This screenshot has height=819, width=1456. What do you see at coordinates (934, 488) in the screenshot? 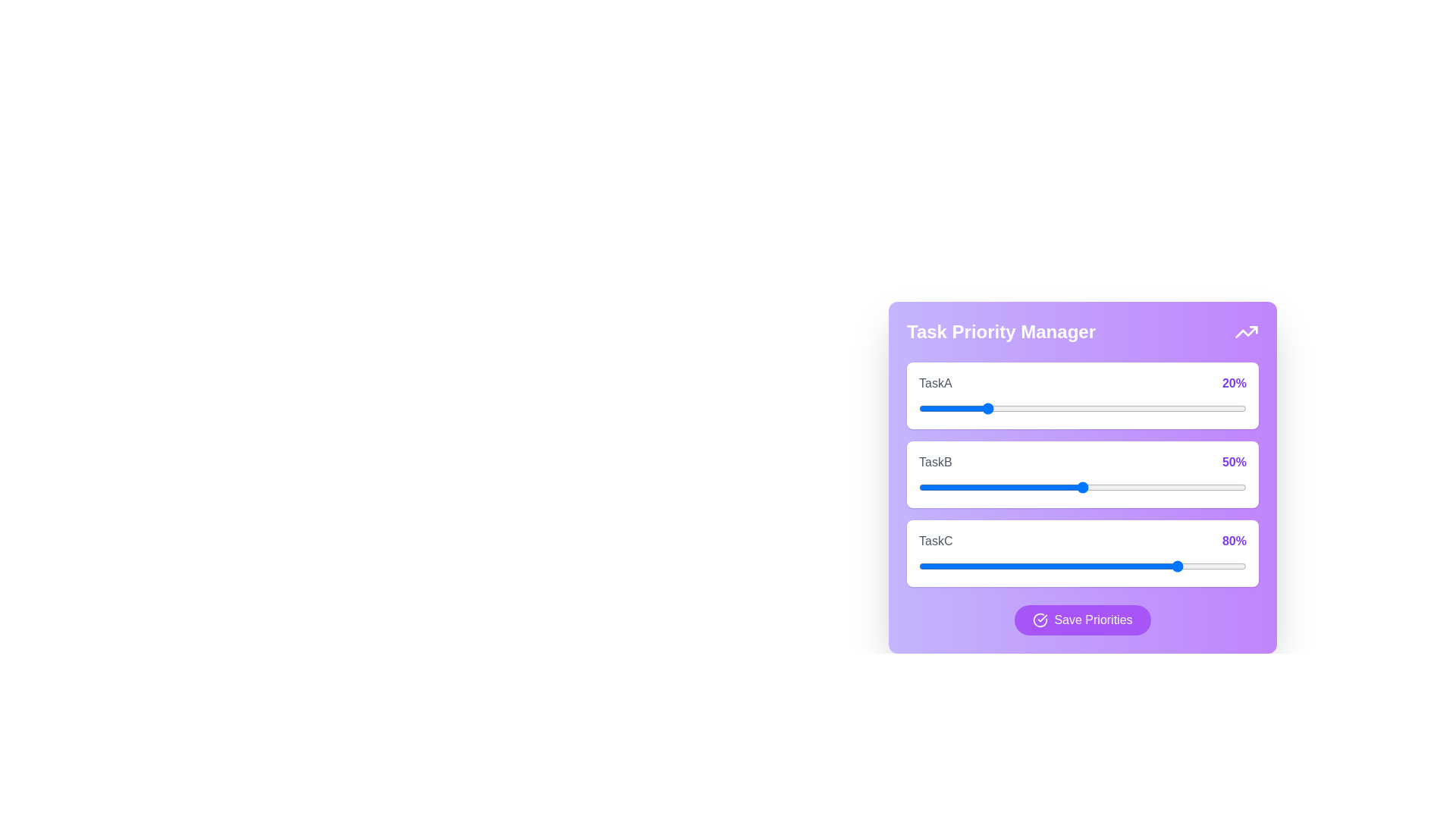
I see `the priority of 1 to 5% using the slider` at bounding box center [934, 488].